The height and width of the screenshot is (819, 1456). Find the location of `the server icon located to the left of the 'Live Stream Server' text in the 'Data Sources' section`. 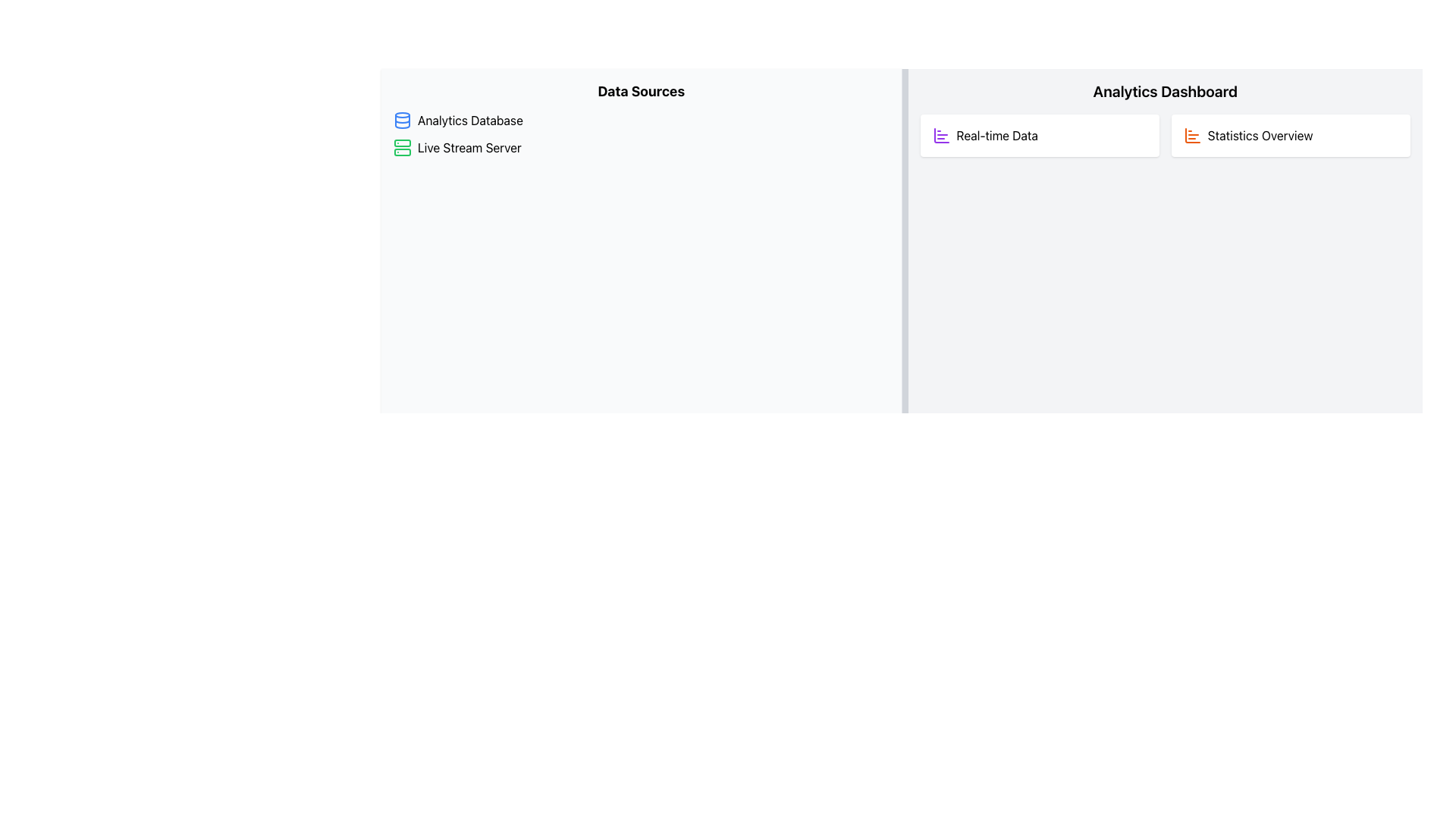

the server icon located to the left of the 'Live Stream Server' text in the 'Data Sources' section is located at coordinates (403, 148).